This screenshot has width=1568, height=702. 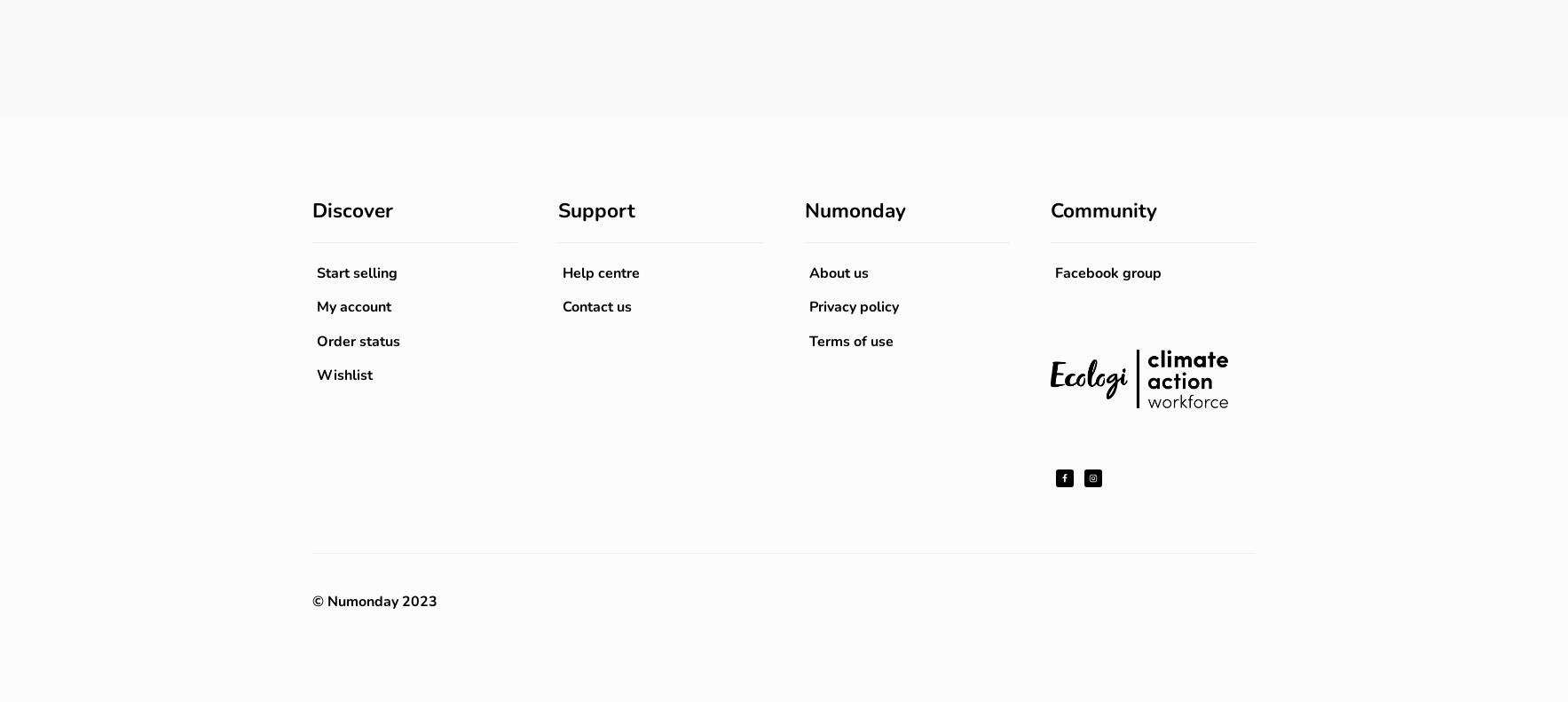 I want to click on 'Contact us', so click(x=596, y=305).